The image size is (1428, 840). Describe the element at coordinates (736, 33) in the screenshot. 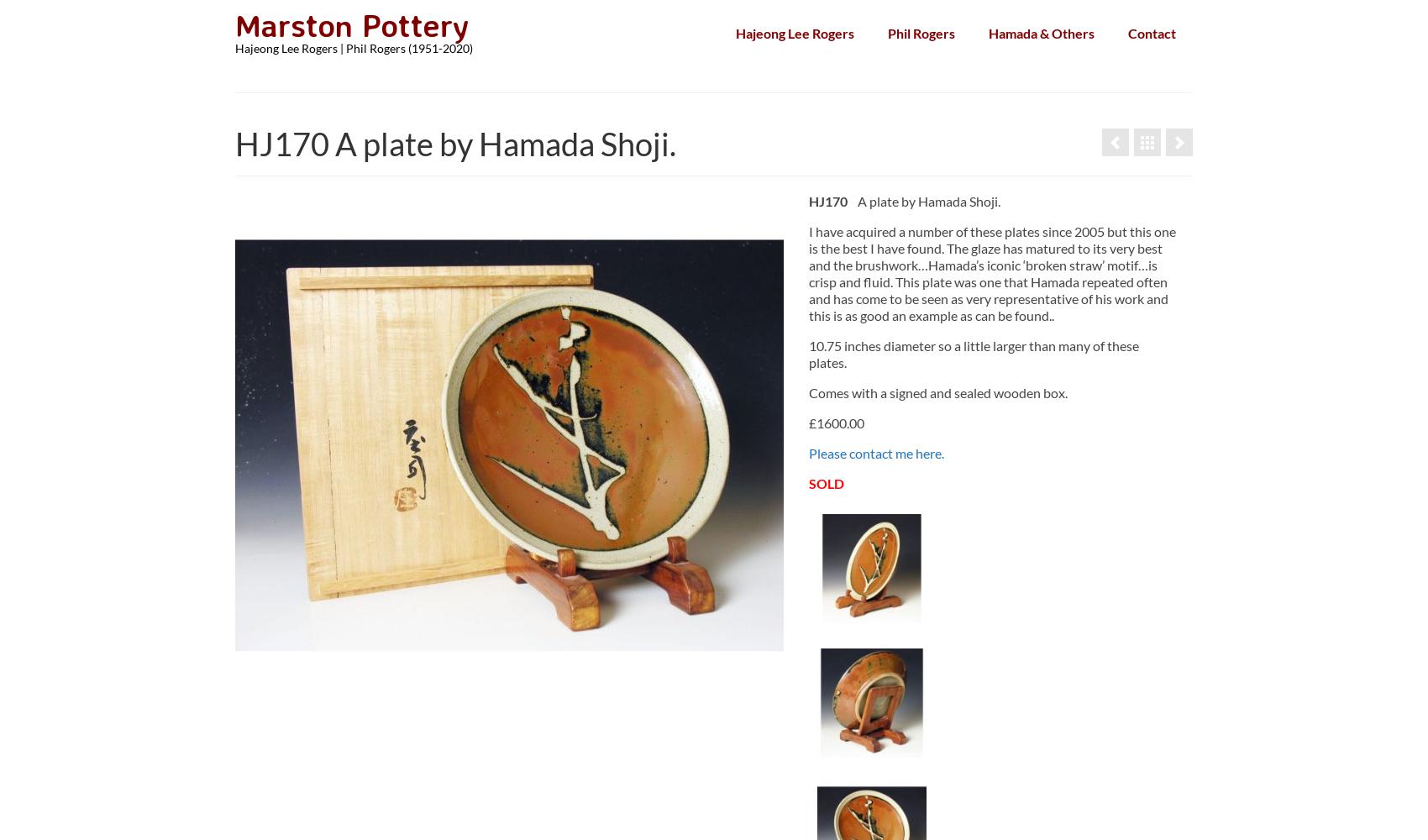

I see `'Hajeong Lee Rogers'` at that location.